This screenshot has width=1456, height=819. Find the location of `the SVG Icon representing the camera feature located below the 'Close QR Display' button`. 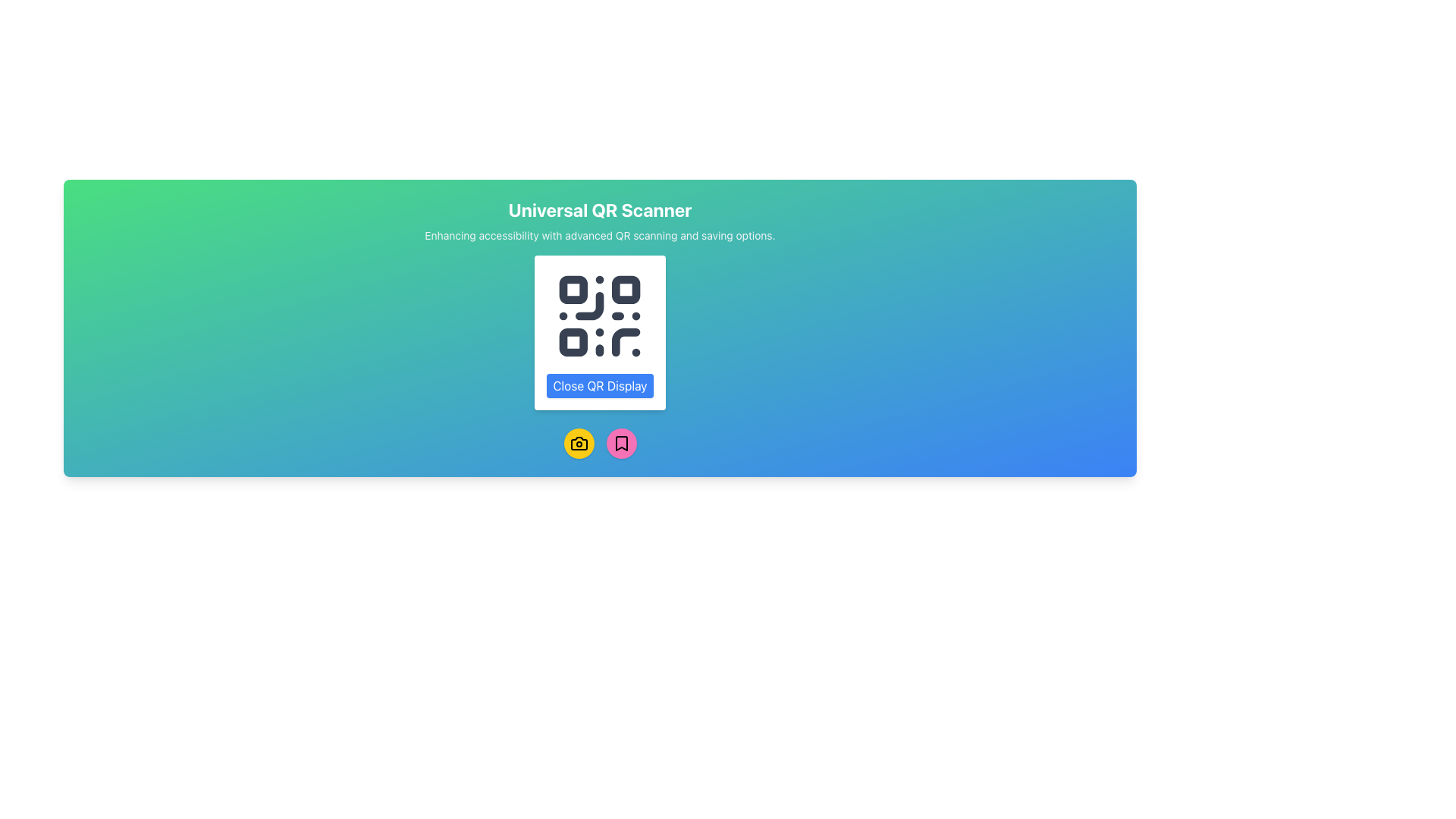

the SVG Icon representing the camera feature located below the 'Close QR Display' button is located at coordinates (578, 444).